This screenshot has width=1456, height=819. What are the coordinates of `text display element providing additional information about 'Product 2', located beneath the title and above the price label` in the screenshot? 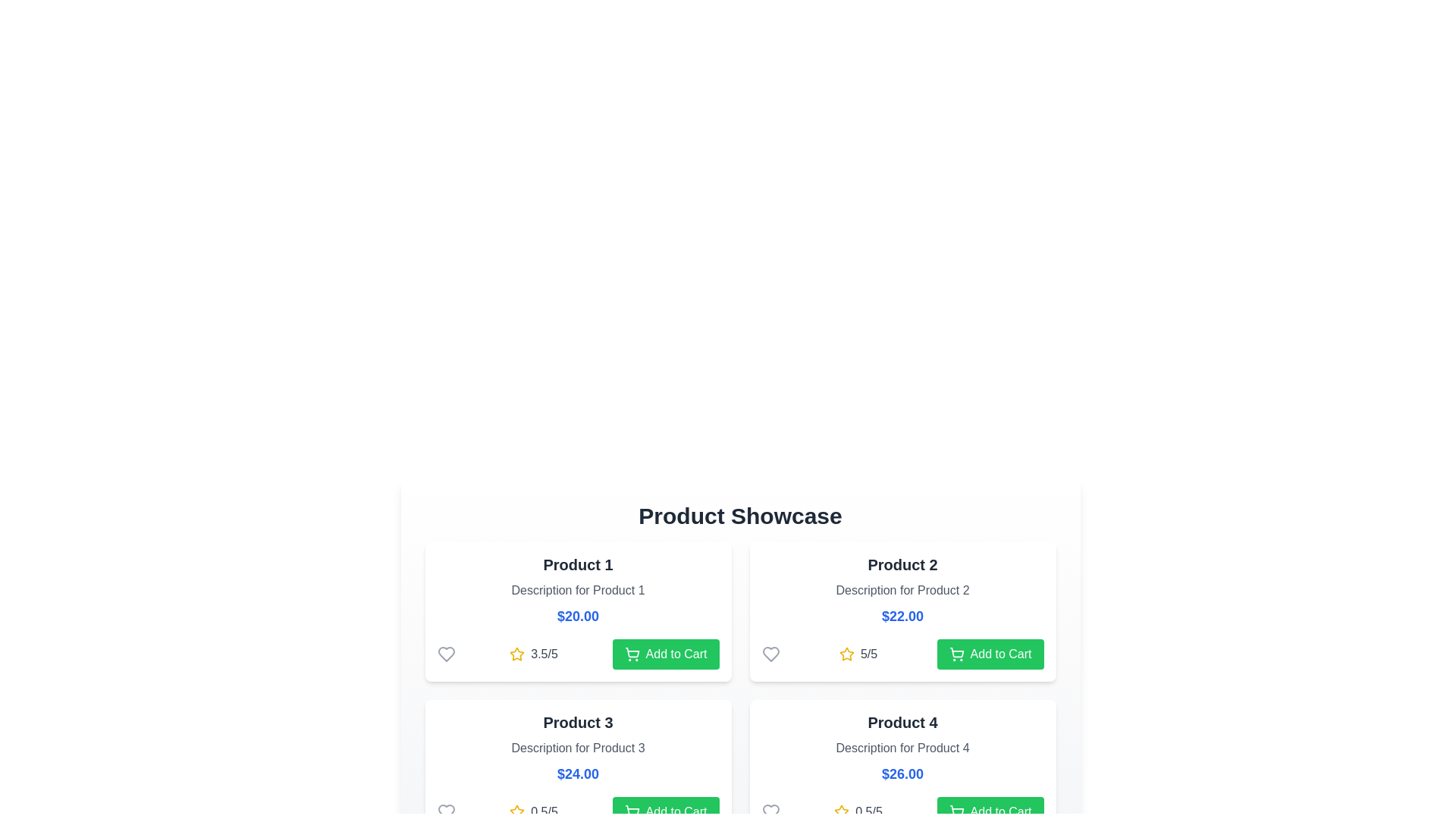 It's located at (902, 590).